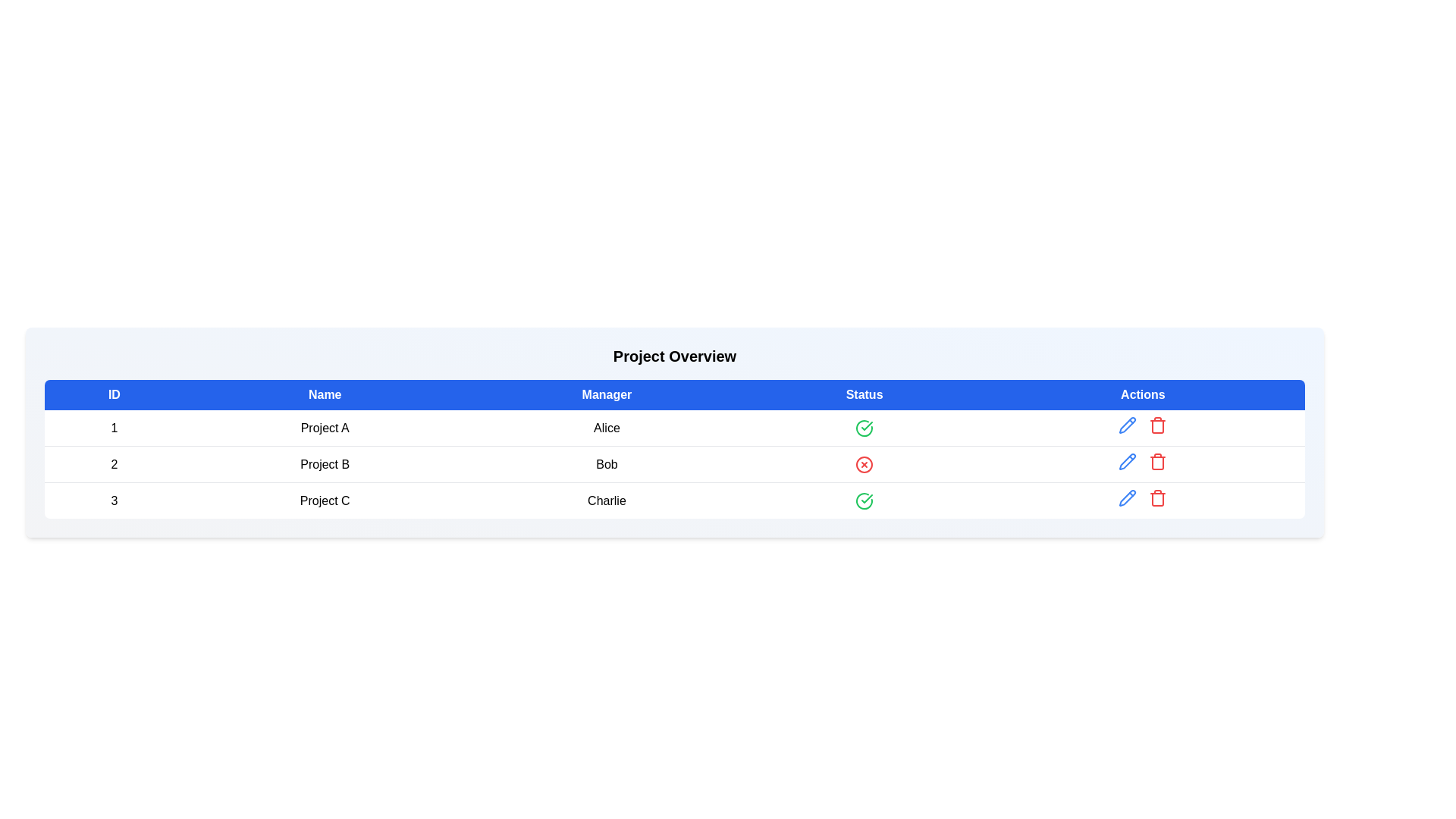 This screenshot has width=1456, height=819. What do you see at coordinates (673, 427) in the screenshot?
I see `the first row of the project data table that displays information about 'Project A', including its ID, name, manager 'Alice', and status` at bounding box center [673, 427].